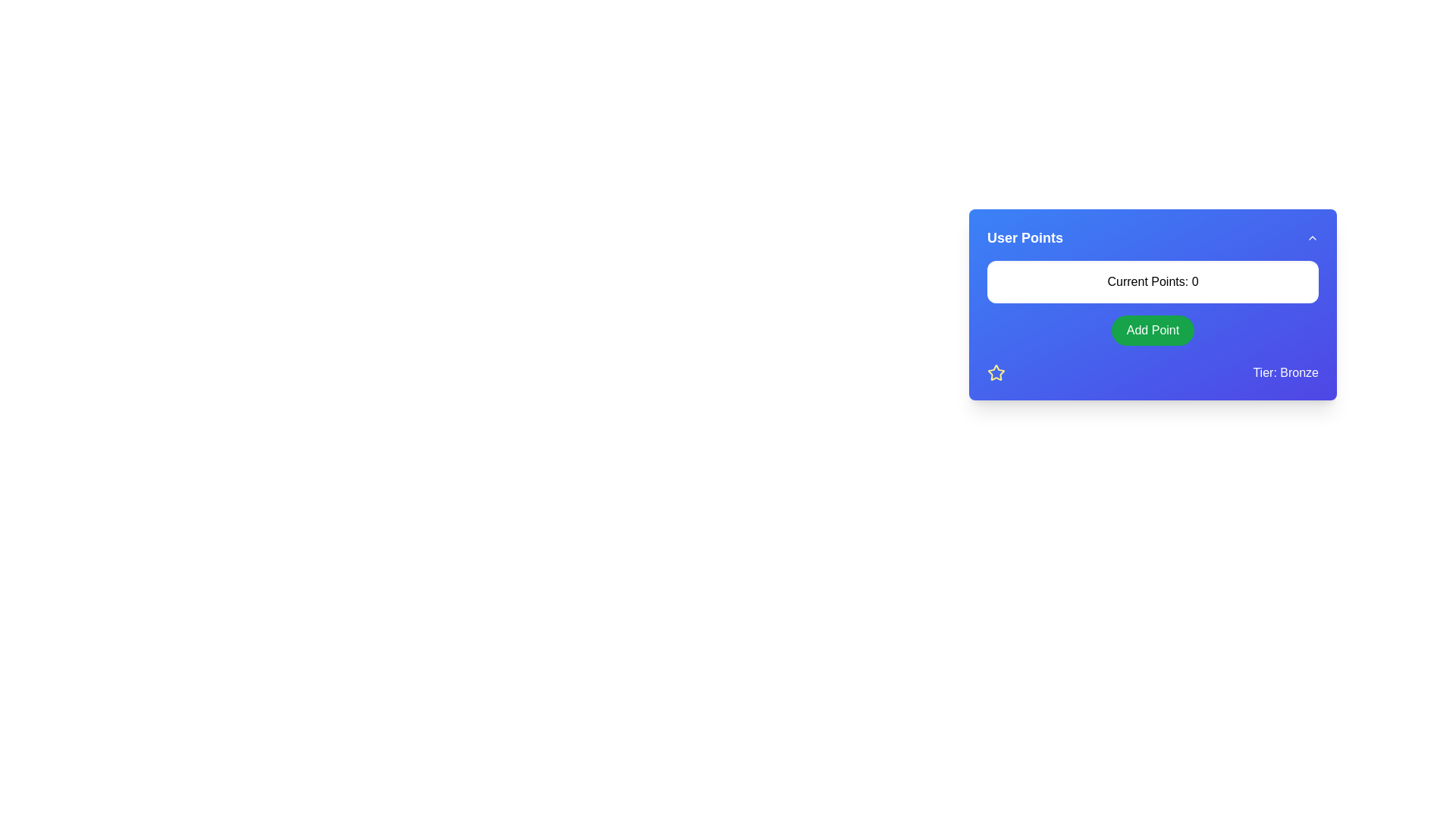  What do you see at coordinates (996, 373) in the screenshot?
I see `the decorative graphic icon in the bottom-left corner of the card layout labeled 'Tier: Bronze'` at bounding box center [996, 373].